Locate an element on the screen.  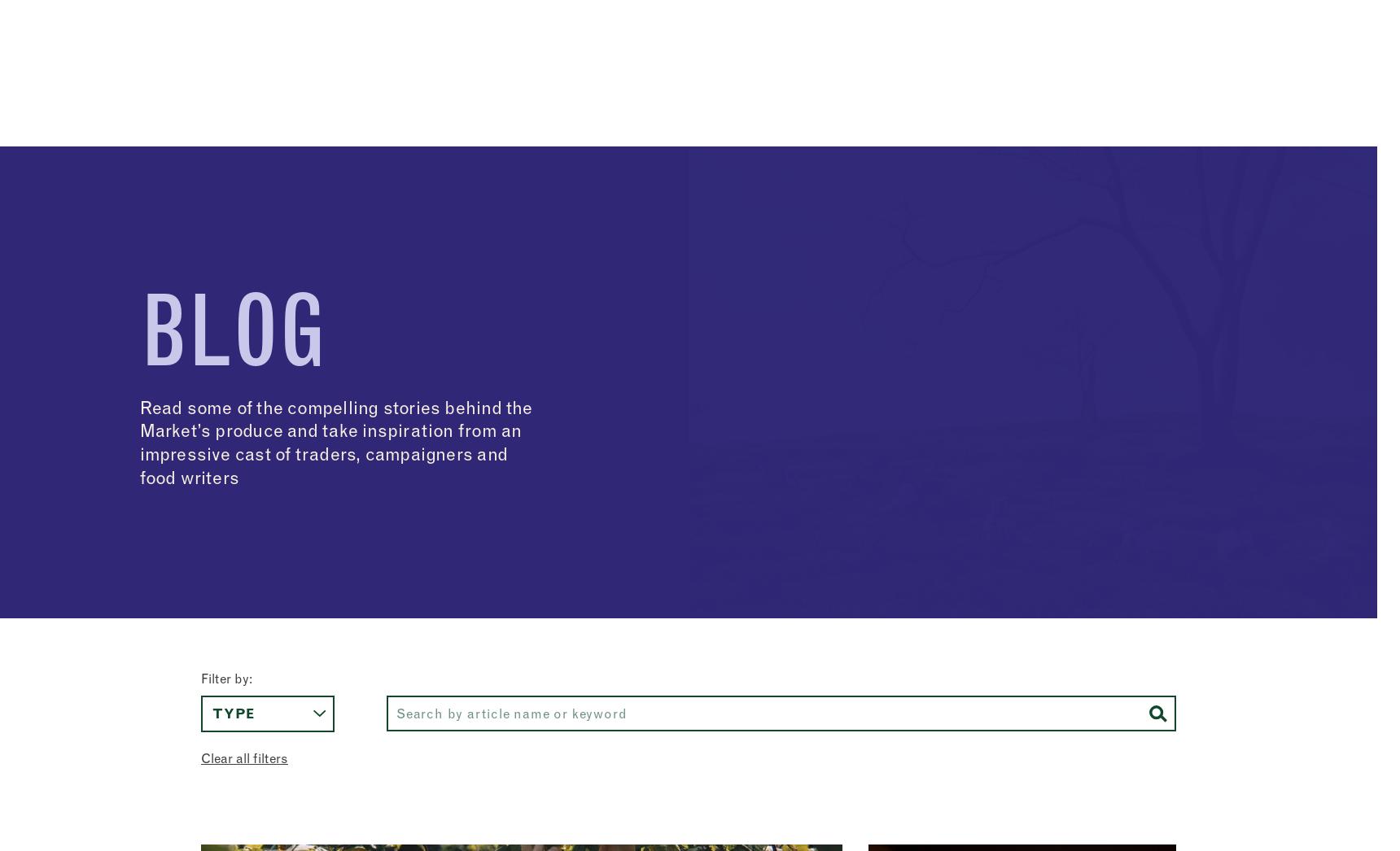
'Meet our traders' is located at coordinates (369, 137).